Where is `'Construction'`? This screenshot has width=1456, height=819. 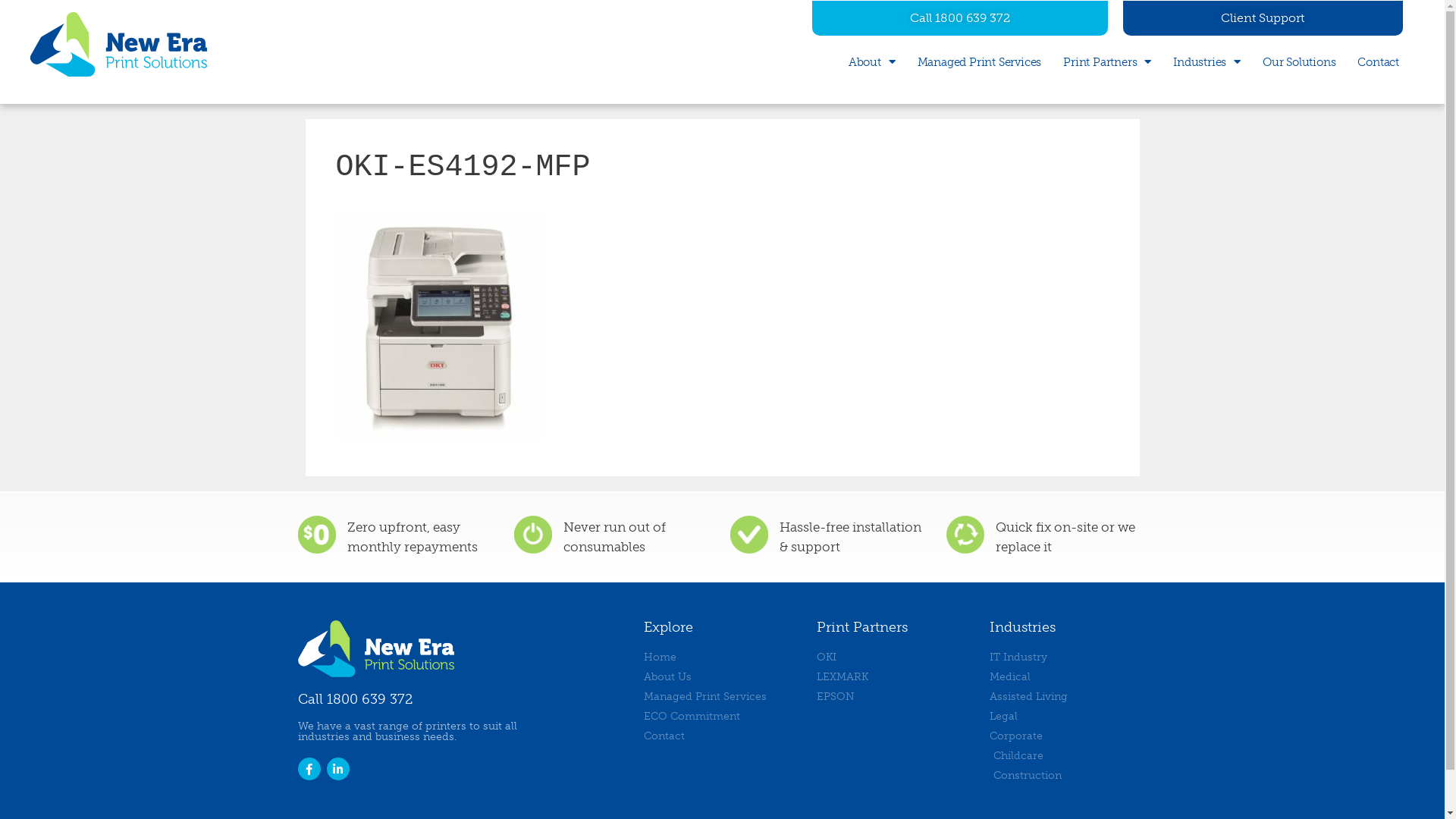 'Construction' is located at coordinates (1066, 775).